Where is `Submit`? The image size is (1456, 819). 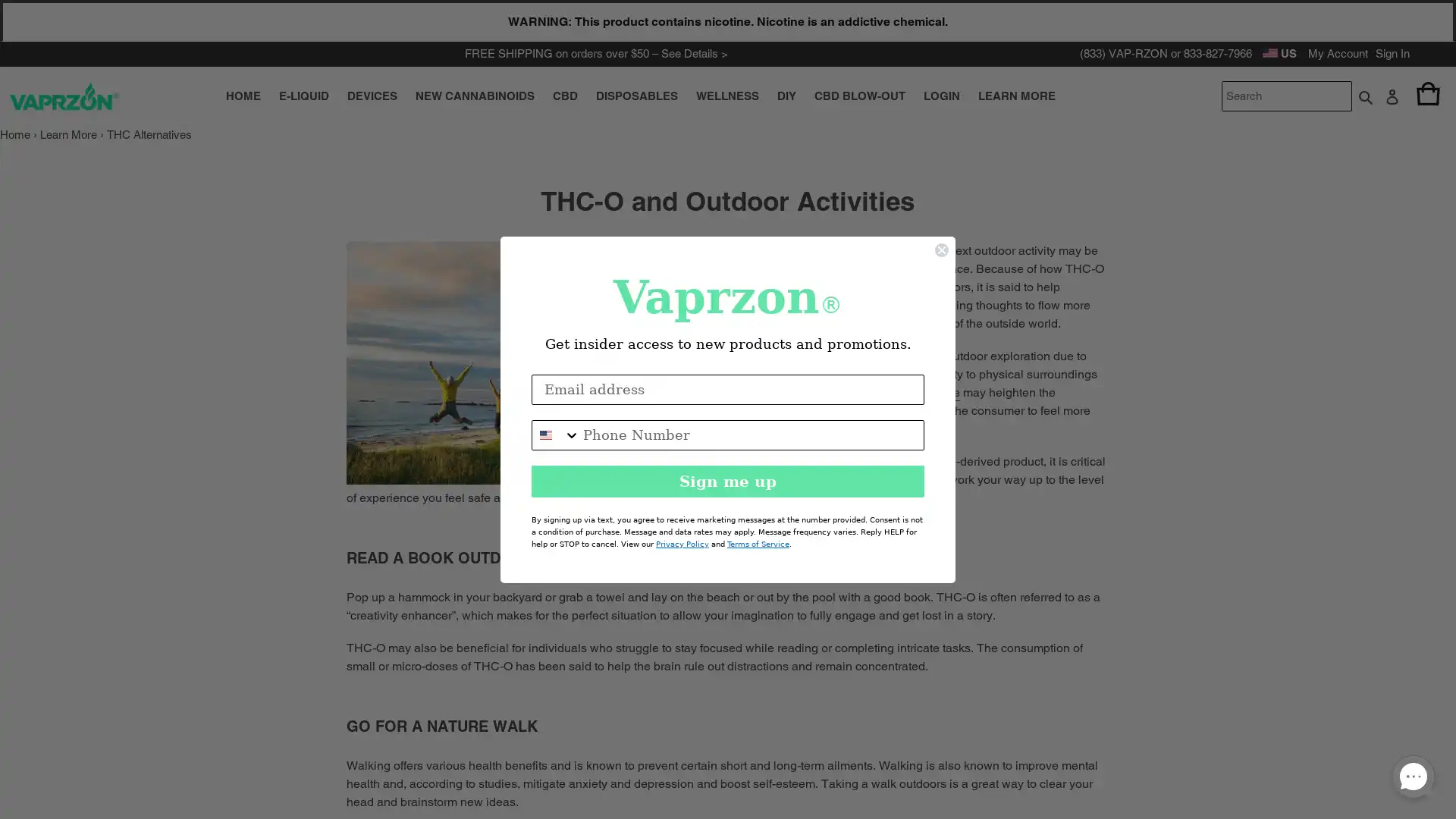 Submit is located at coordinates (1365, 96).